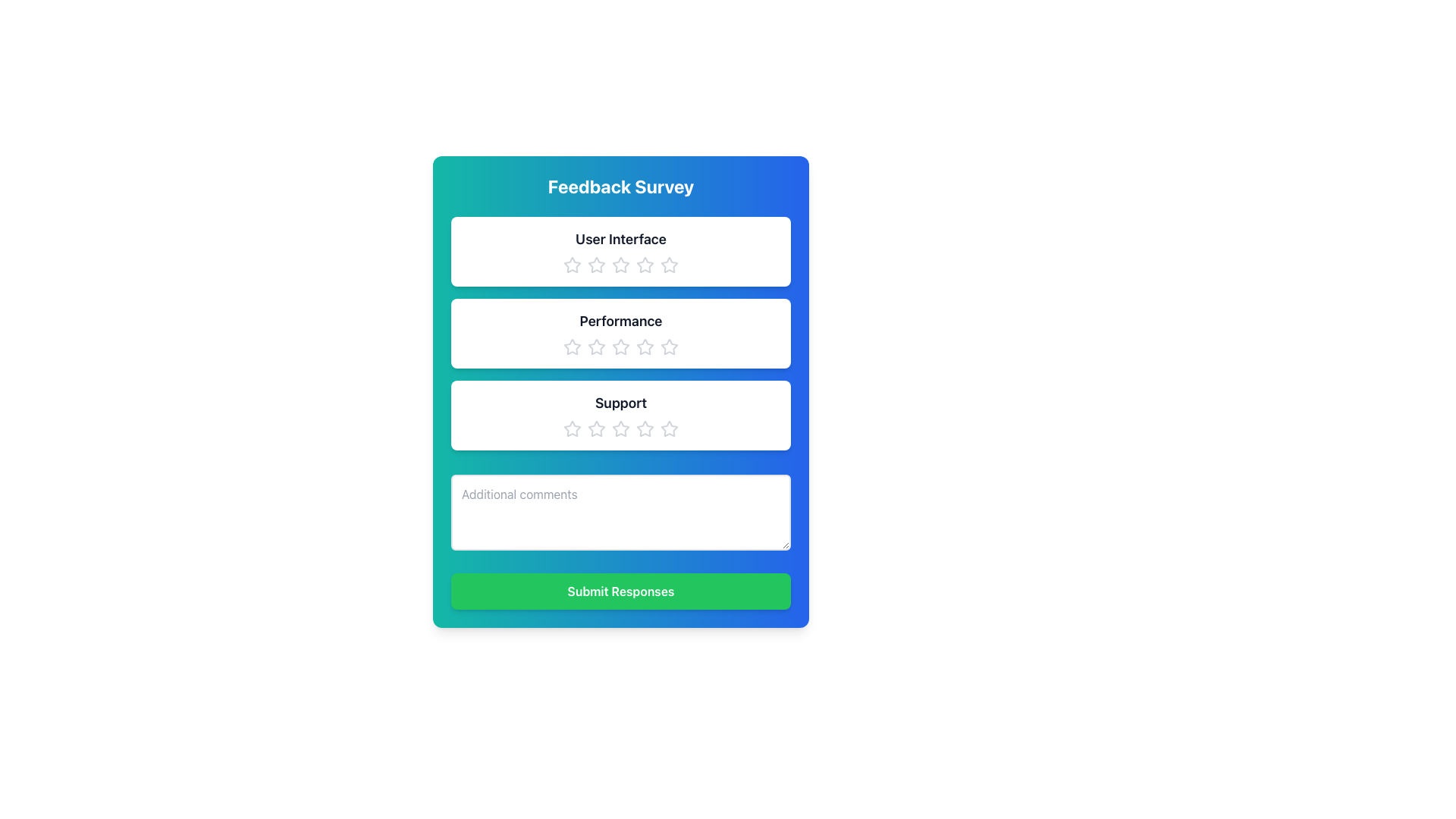 This screenshot has height=819, width=1456. What do you see at coordinates (669, 265) in the screenshot?
I see `the fifth rating star icon, which is a light gray outlined star` at bounding box center [669, 265].